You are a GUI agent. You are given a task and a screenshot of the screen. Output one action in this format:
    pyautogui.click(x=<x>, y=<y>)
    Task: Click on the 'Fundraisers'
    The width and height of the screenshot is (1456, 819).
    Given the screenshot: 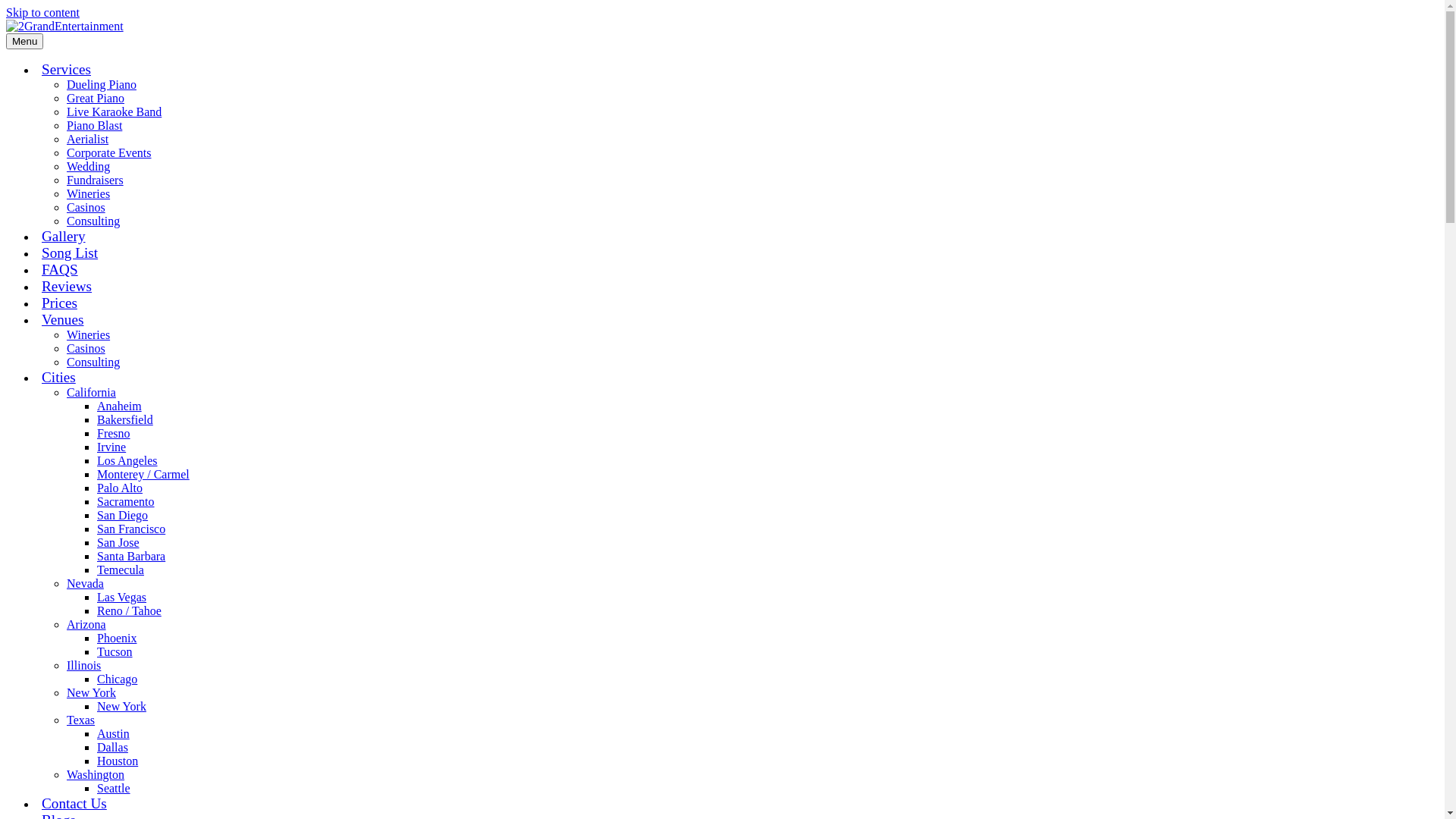 What is the action you would take?
    pyautogui.click(x=94, y=179)
    